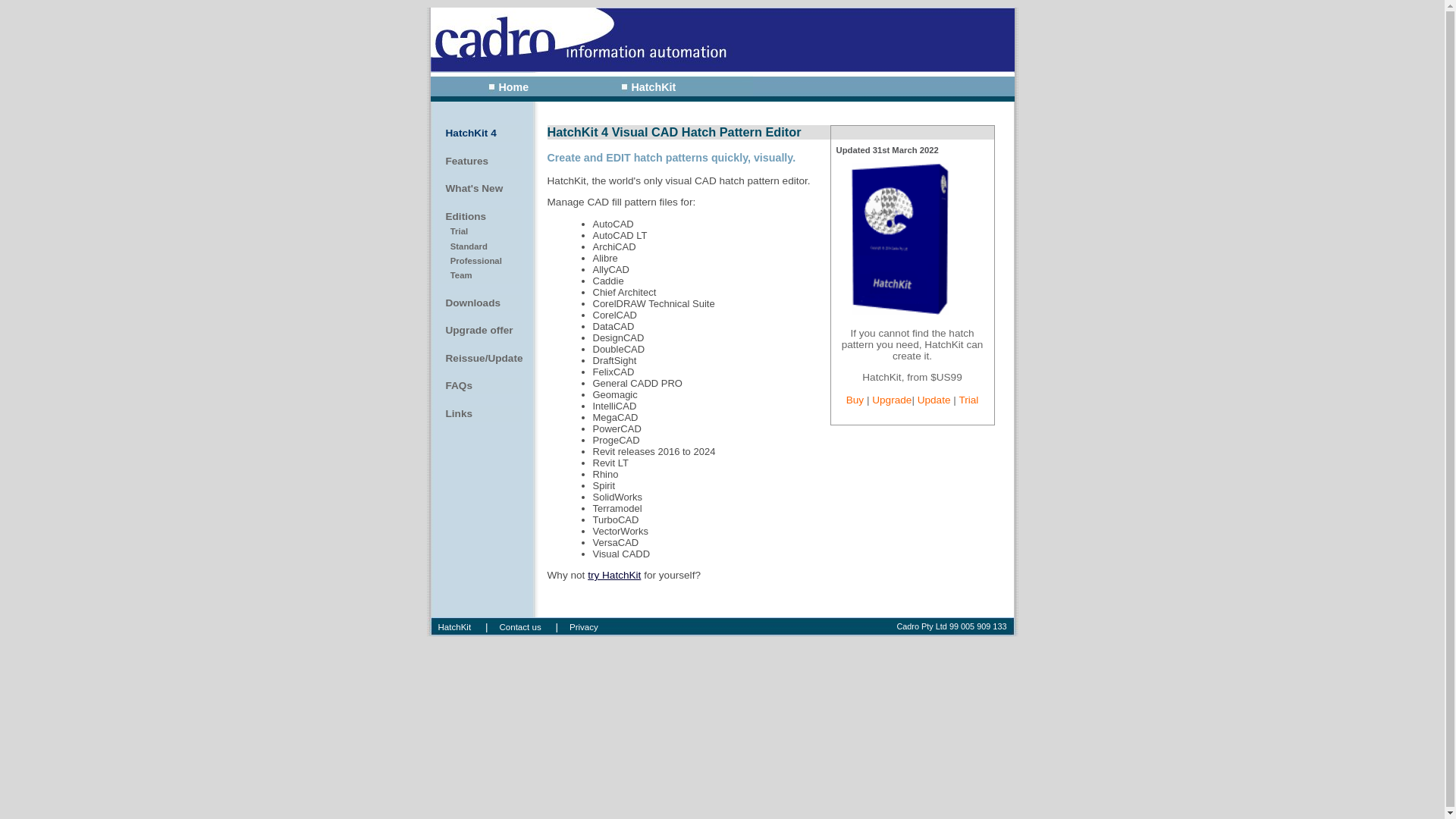  I want to click on 'FAQs', so click(437, 385).